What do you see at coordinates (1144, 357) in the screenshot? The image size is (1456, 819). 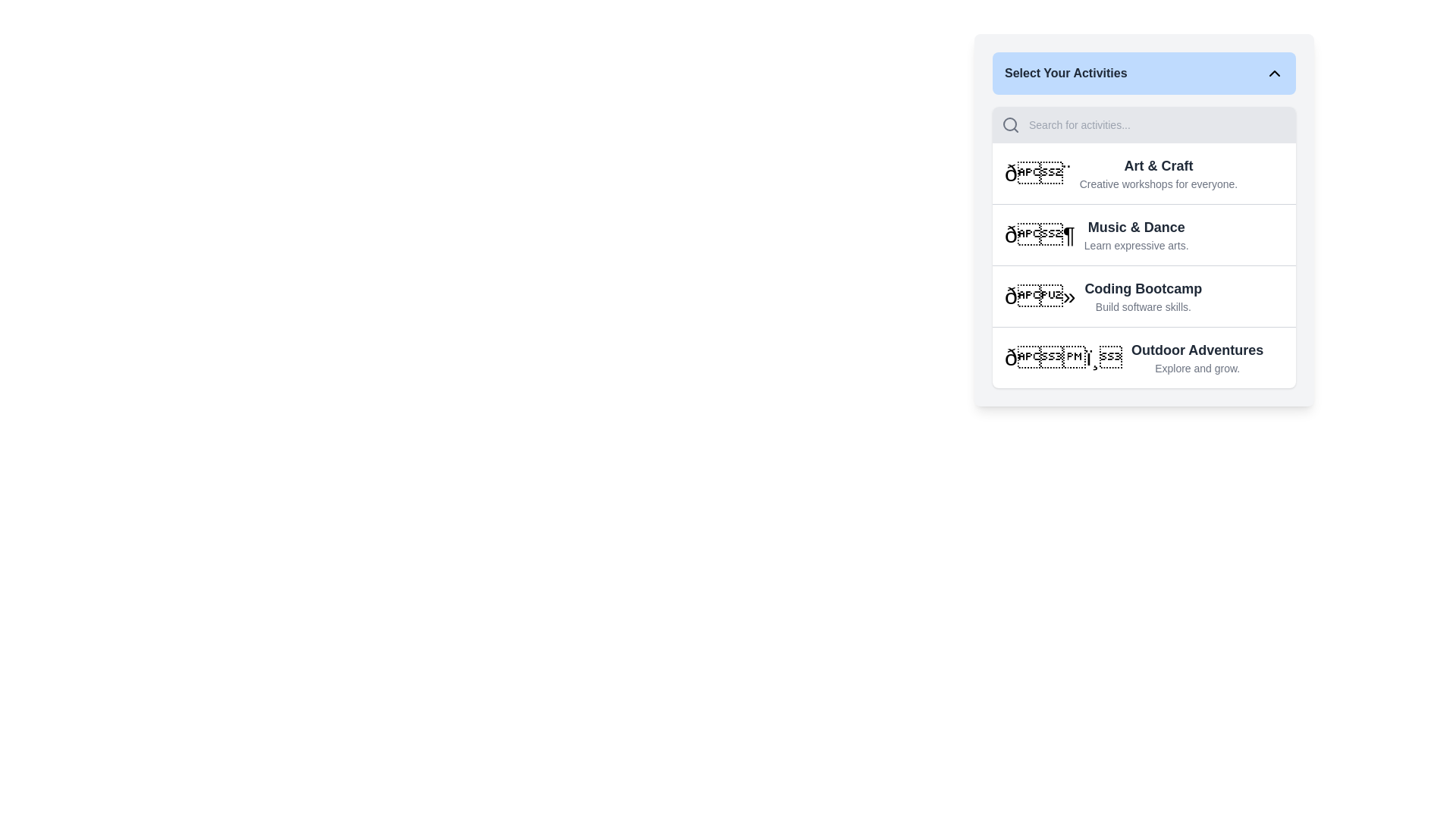 I see `the last item in the 'Select Your Activities' sidebar, which is labeled 'Outdoor Adventures'` at bounding box center [1144, 357].